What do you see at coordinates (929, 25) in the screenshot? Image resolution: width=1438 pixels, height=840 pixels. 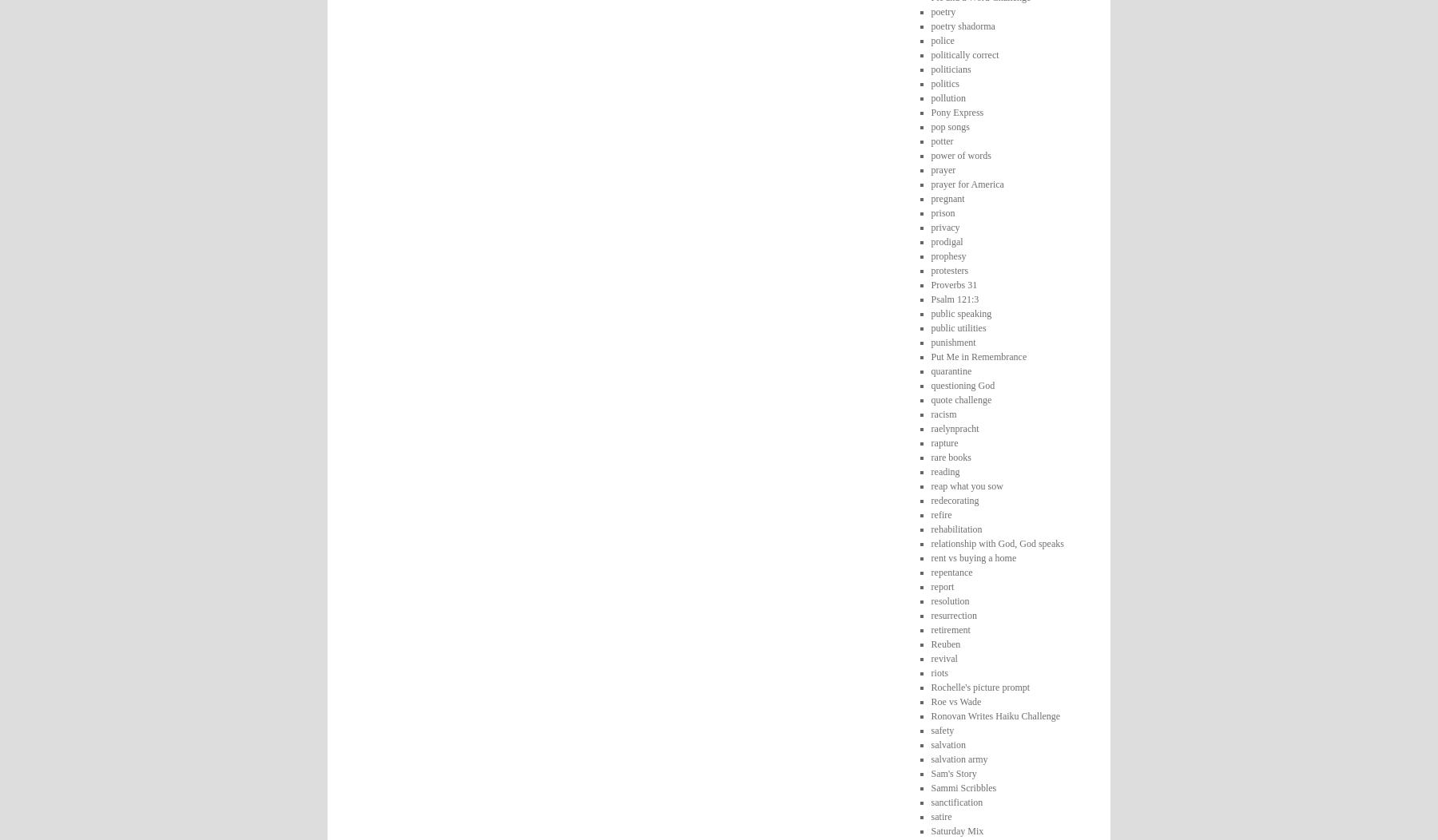 I see `'poetry shadorma'` at bounding box center [929, 25].